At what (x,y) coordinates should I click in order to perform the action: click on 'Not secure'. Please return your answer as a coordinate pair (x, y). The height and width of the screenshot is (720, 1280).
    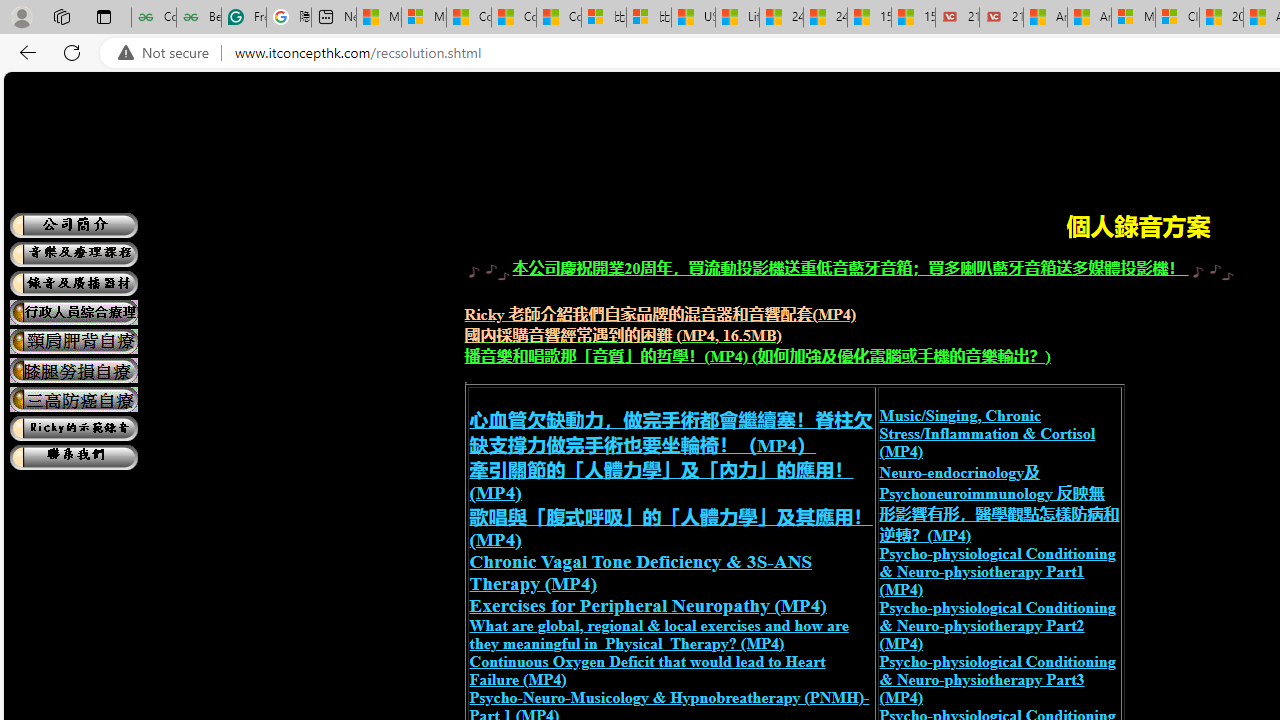
    Looking at the image, I should click on (168, 52).